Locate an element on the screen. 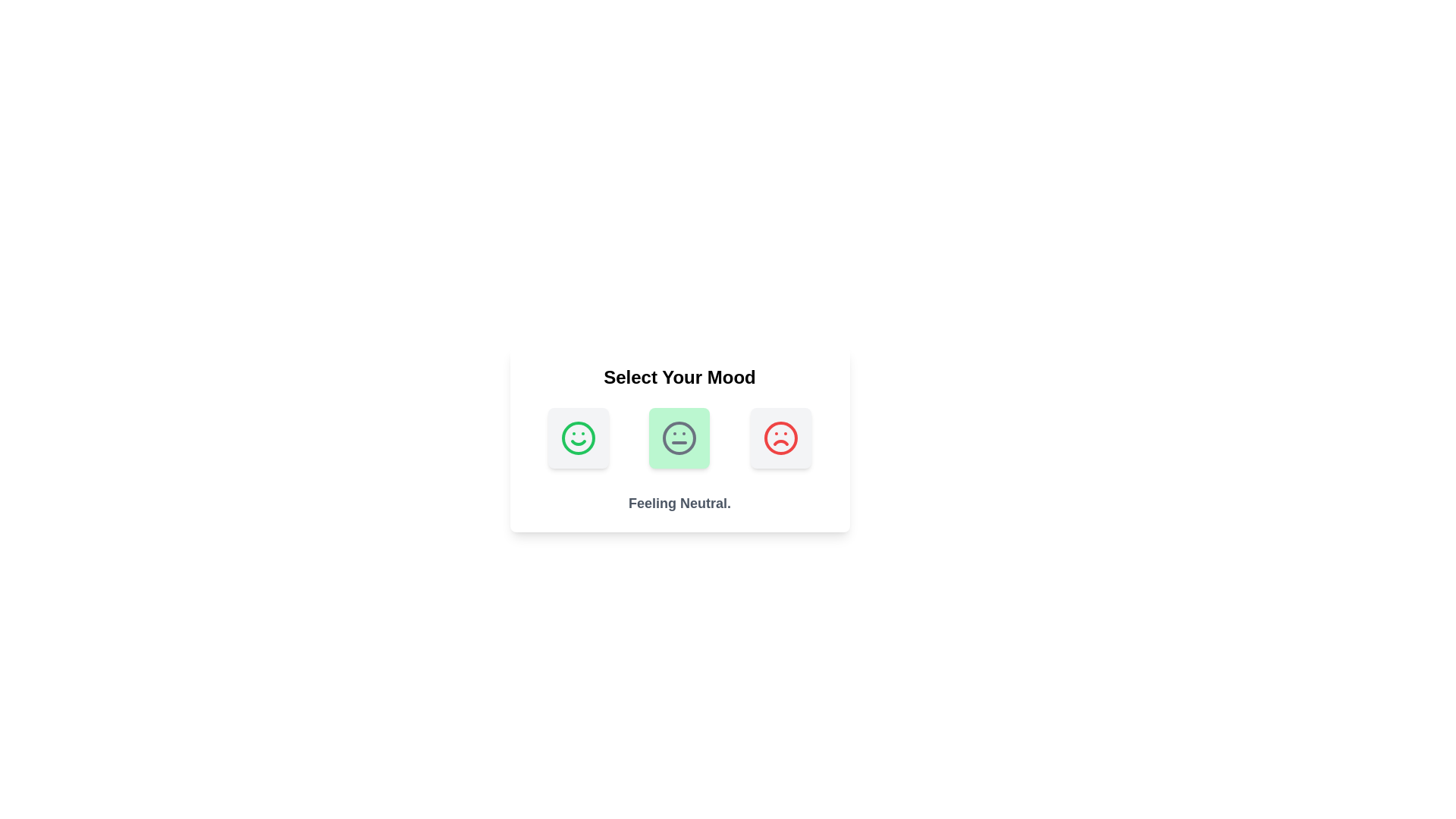  the first interactive button with an icon that allows the user is located at coordinates (578, 438).